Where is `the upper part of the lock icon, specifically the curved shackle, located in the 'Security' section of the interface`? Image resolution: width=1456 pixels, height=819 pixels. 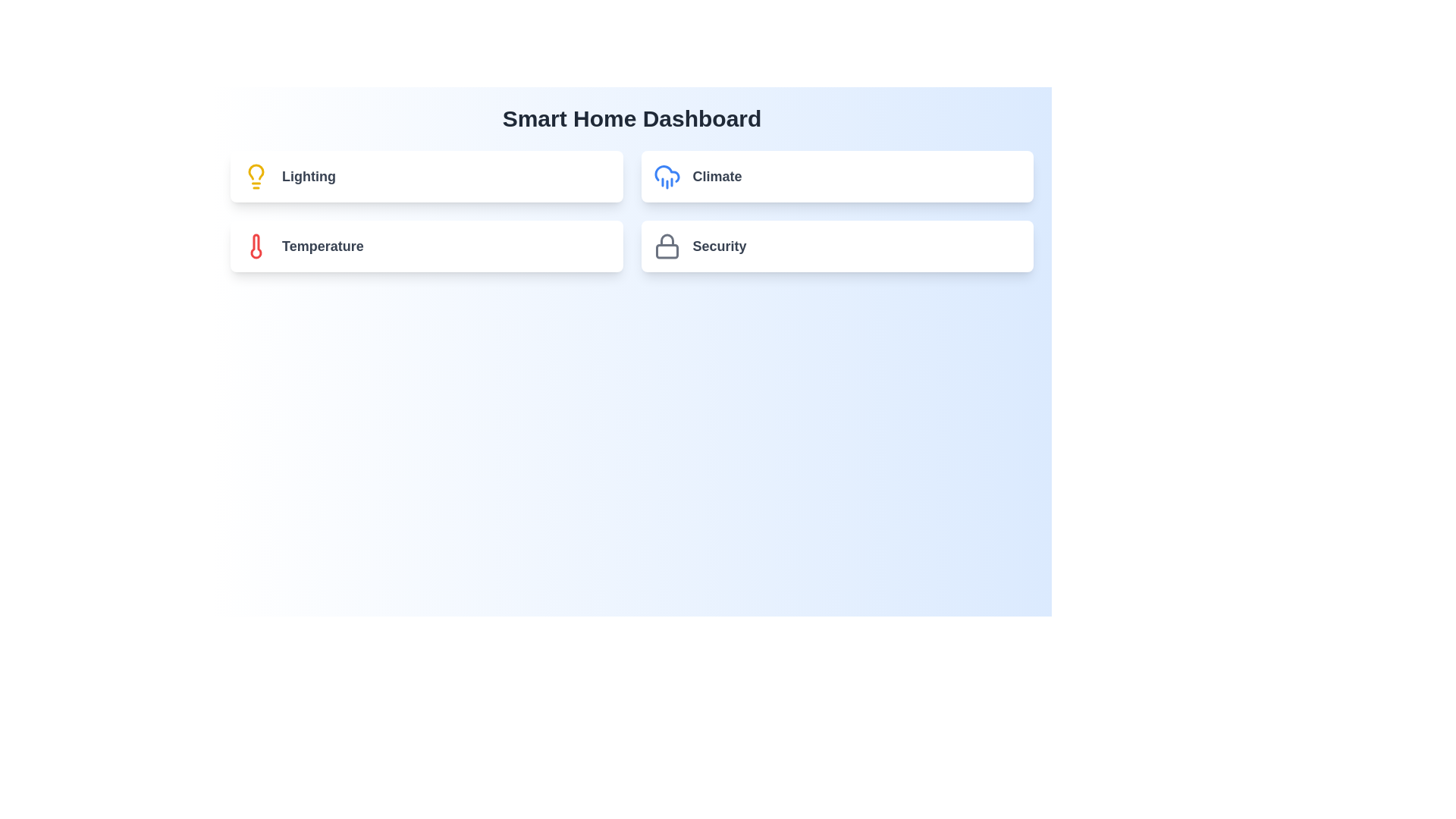 the upper part of the lock icon, specifically the curved shackle, located in the 'Security' section of the interface is located at coordinates (667, 239).